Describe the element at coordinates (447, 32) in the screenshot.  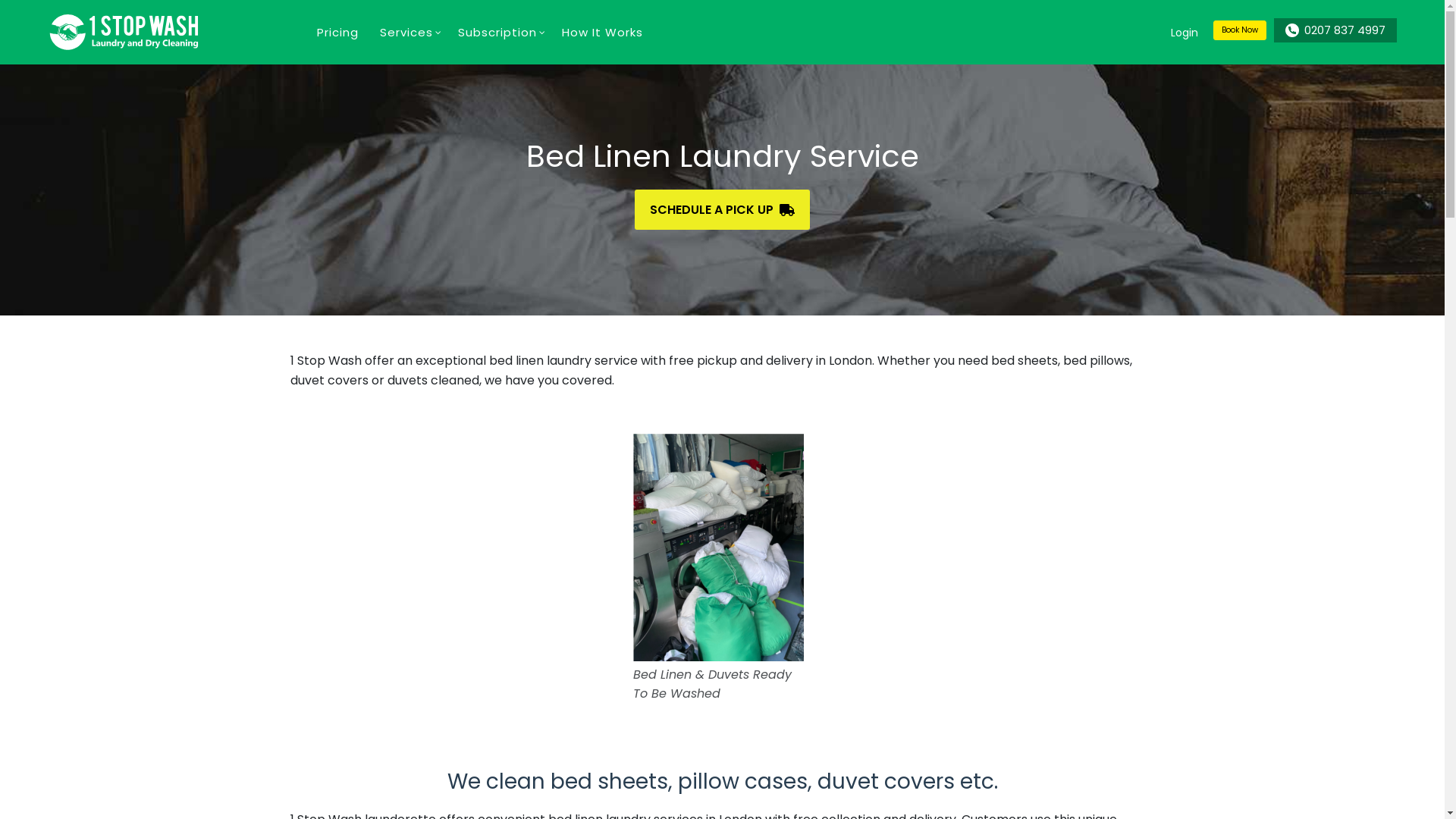
I see `'Subscription'` at that location.